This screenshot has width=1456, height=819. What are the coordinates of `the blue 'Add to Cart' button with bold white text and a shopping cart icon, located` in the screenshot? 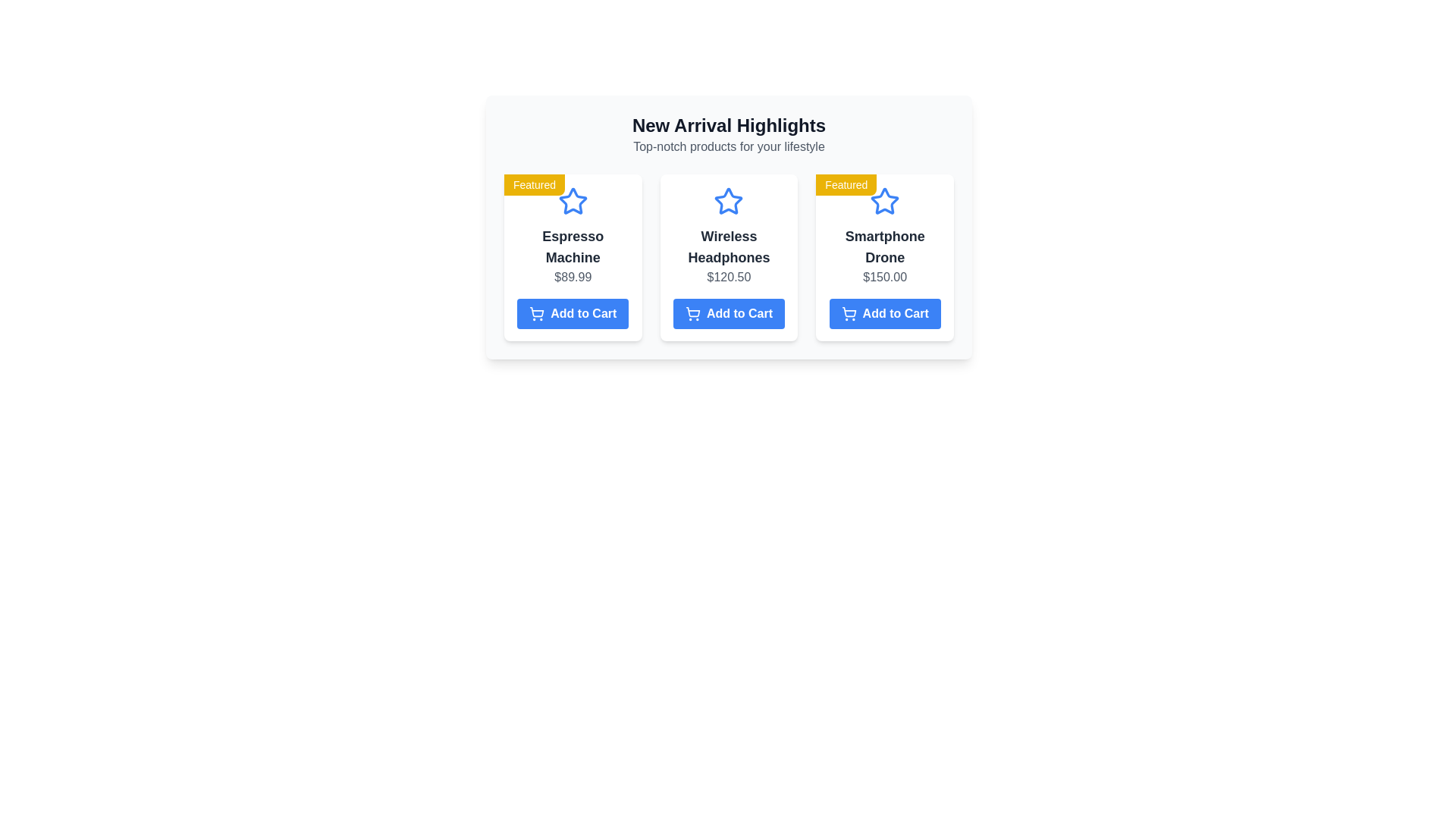 It's located at (885, 312).